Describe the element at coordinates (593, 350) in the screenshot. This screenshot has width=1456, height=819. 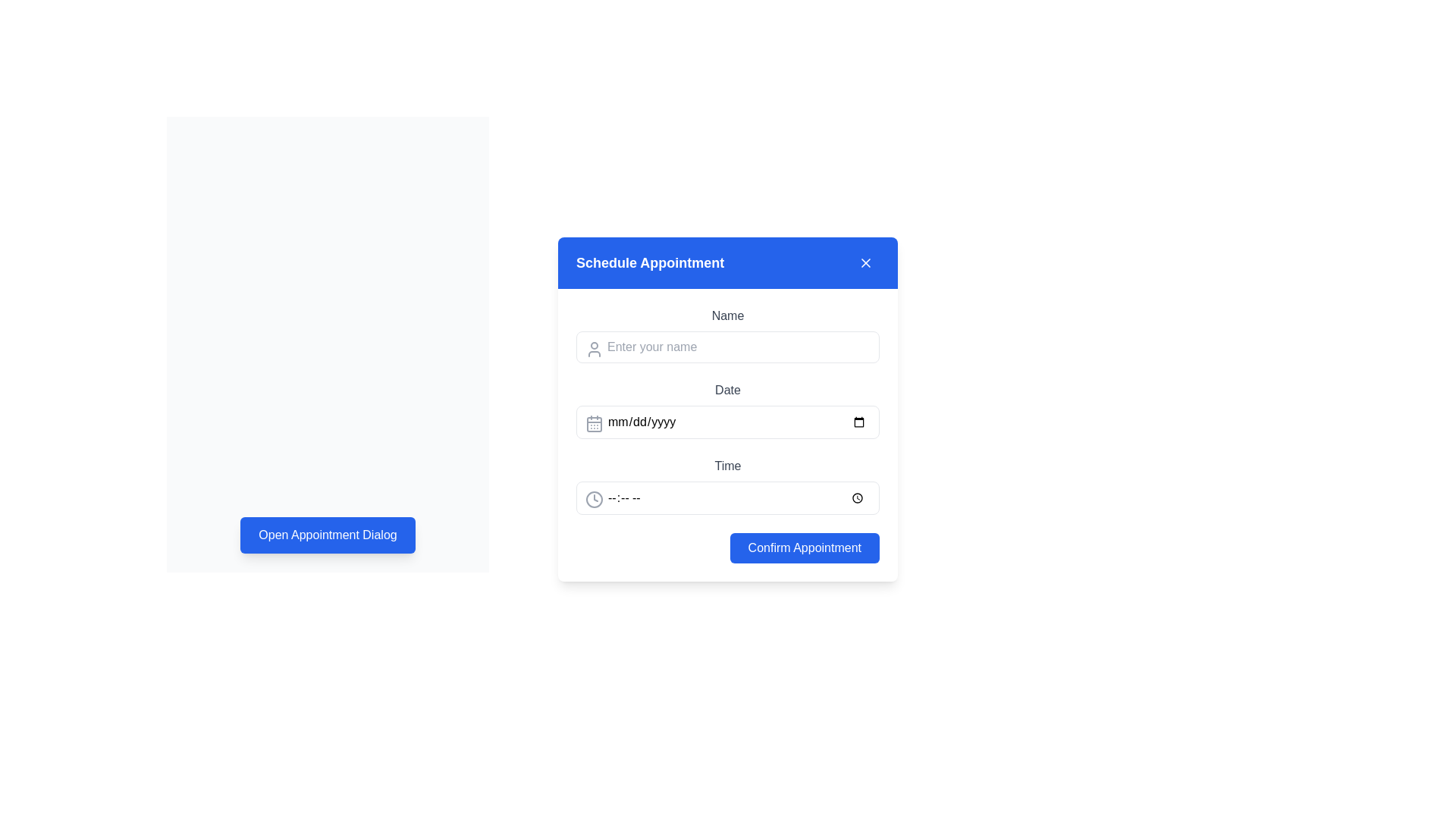
I see `the input field containing the user icon` at that location.